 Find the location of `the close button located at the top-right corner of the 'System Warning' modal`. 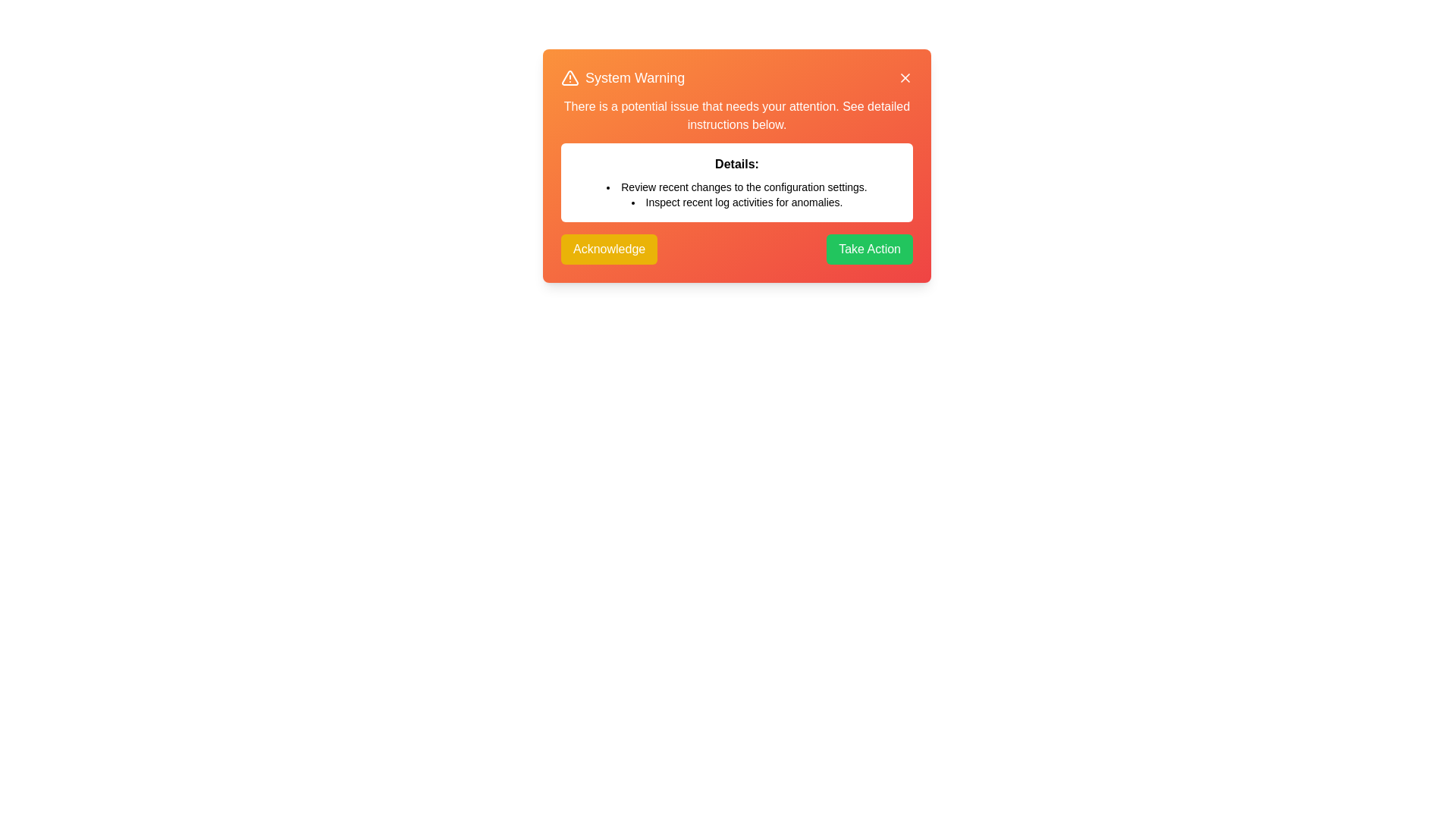

the close button located at the top-right corner of the 'System Warning' modal is located at coordinates (905, 78).